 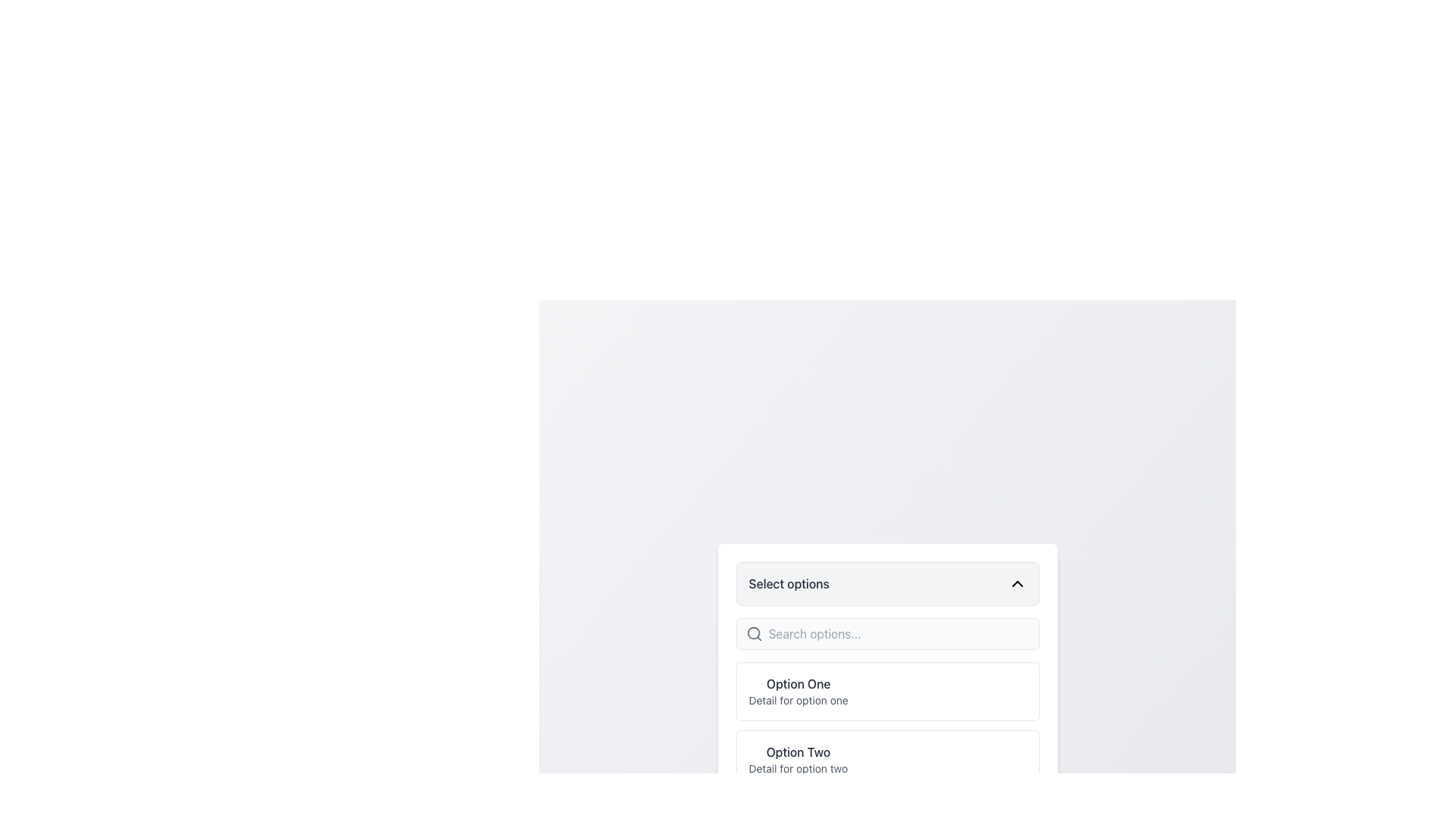 I want to click on text label providing additional information related to the 'Option Two' selection in the dropdown menu located at the lower right portion beneath the 'Select options' label, so click(x=797, y=769).